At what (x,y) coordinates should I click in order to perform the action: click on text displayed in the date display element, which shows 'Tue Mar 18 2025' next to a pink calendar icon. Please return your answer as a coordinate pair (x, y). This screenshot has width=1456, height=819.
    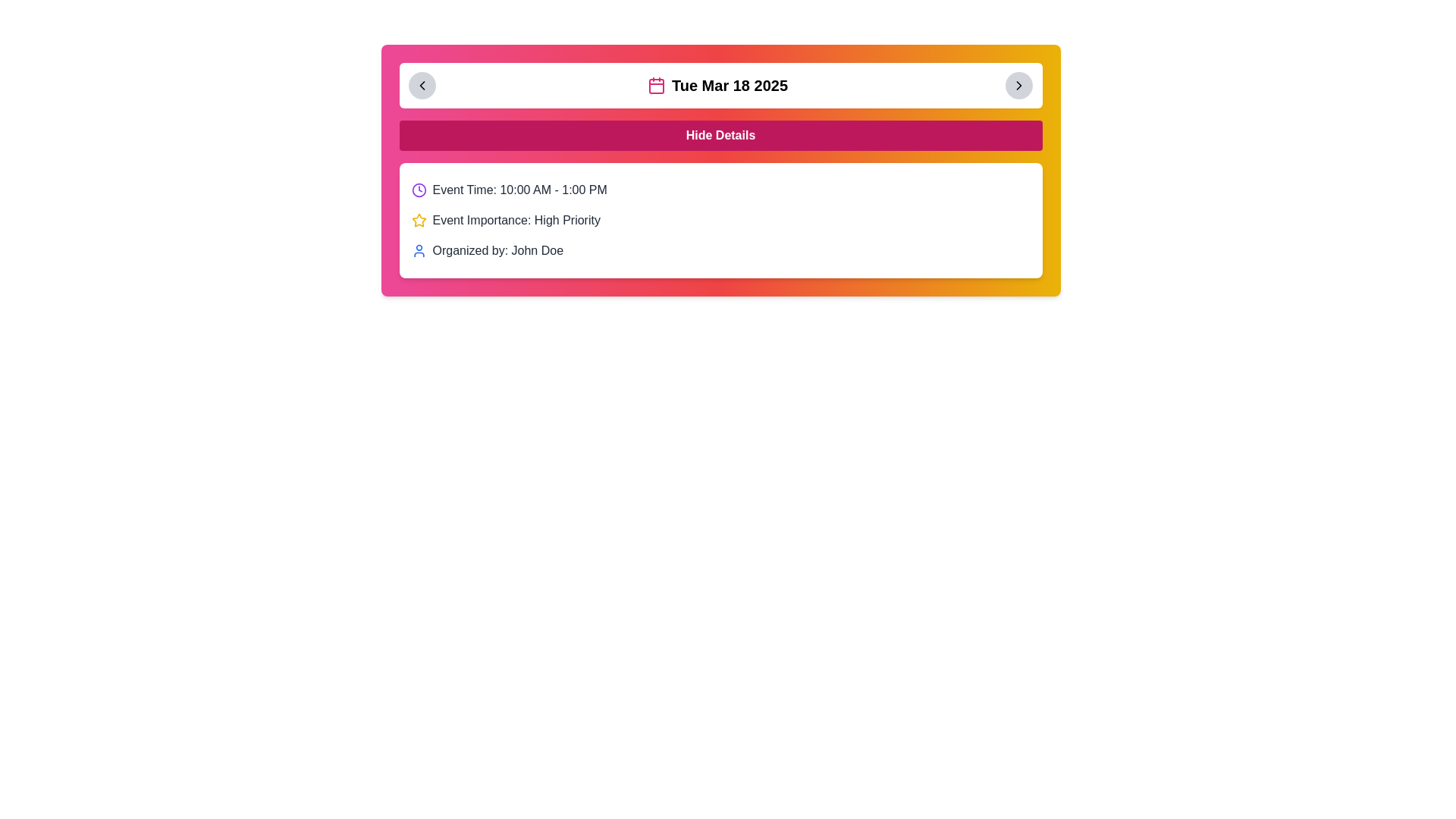
    Looking at the image, I should click on (720, 85).